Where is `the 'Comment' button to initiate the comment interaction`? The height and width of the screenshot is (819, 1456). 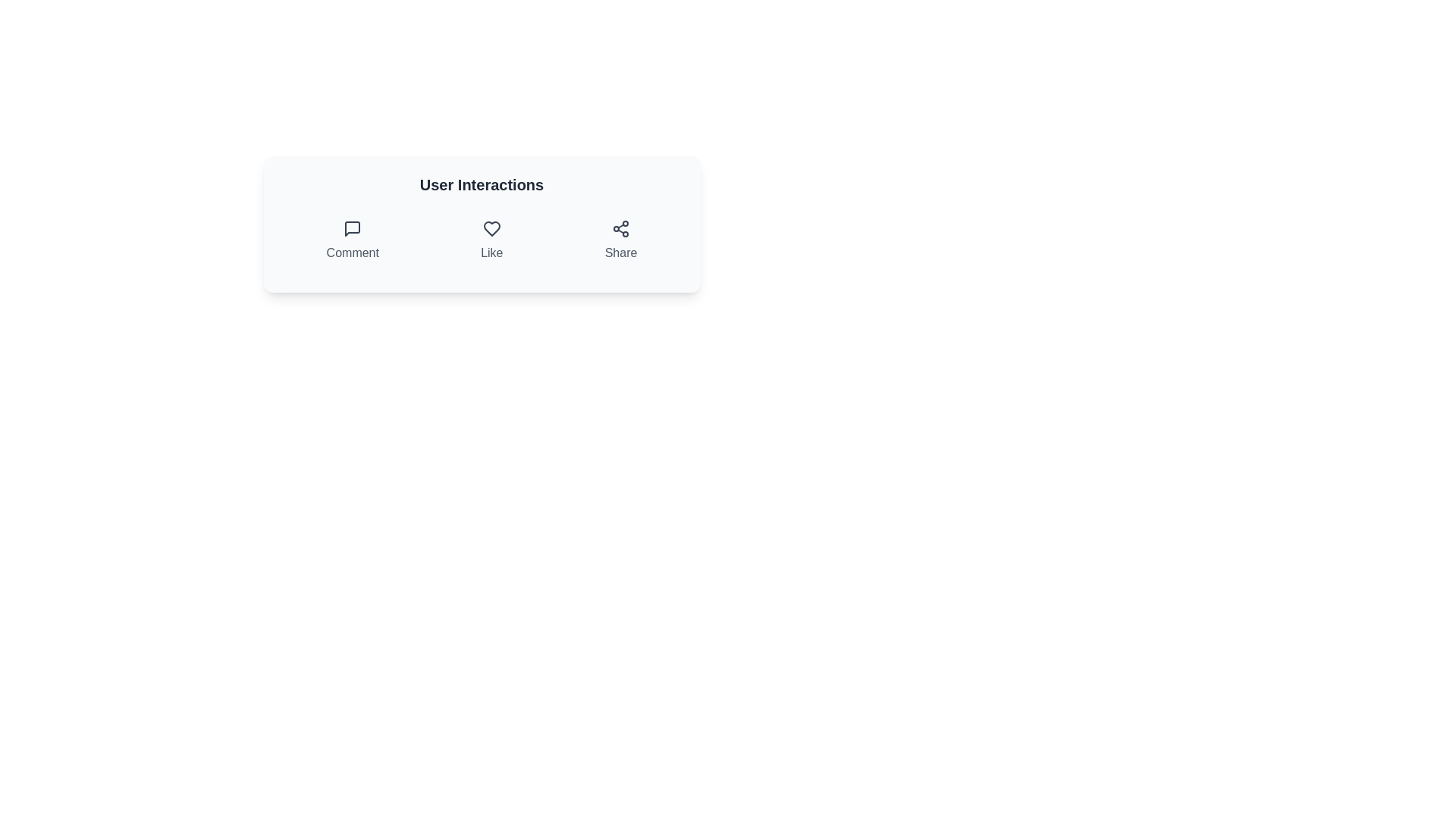 the 'Comment' button to initiate the comment interaction is located at coordinates (352, 240).